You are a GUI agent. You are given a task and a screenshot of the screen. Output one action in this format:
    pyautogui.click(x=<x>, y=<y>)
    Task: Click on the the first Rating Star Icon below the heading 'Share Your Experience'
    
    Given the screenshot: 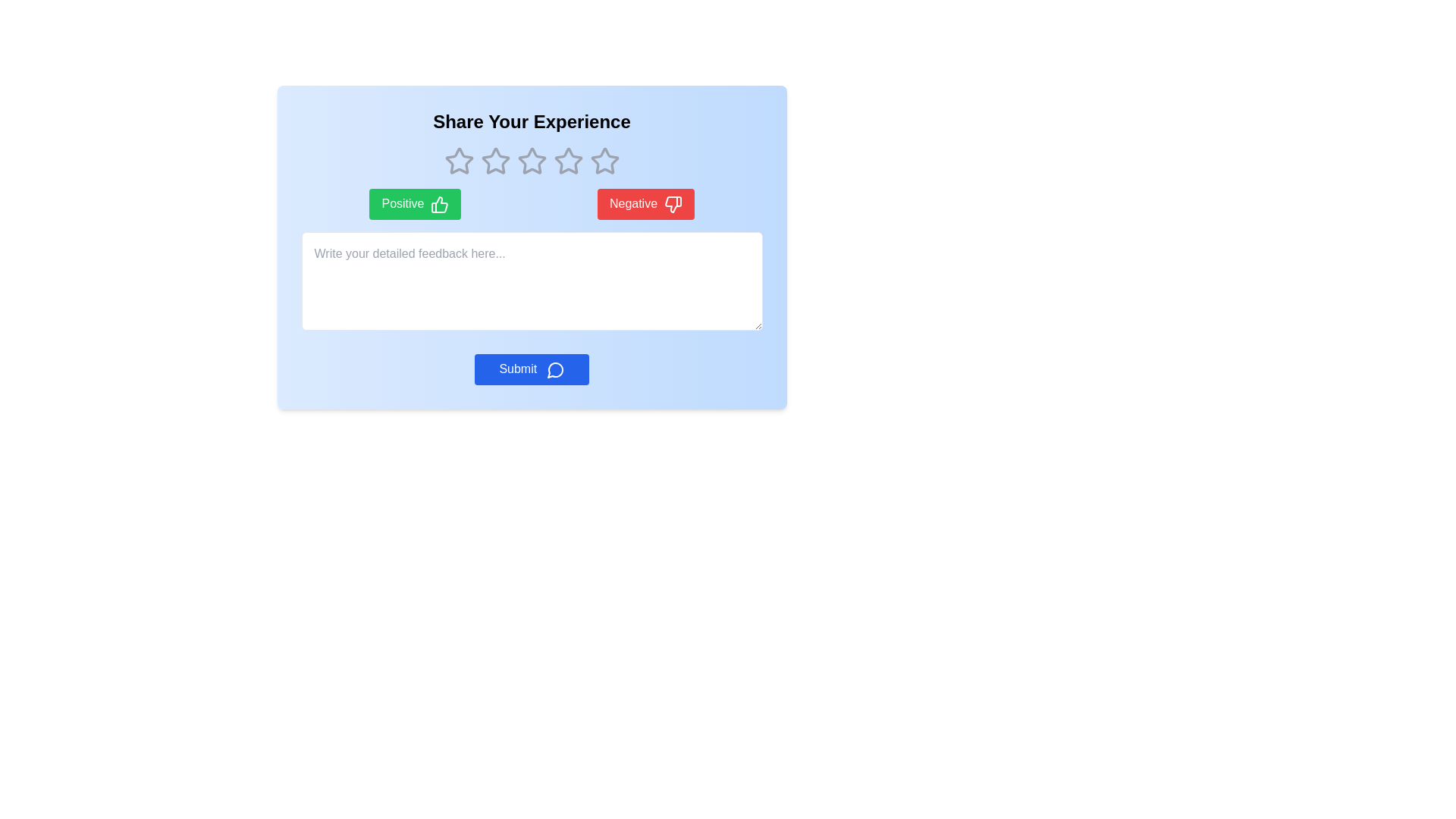 What is the action you would take?
    pyautogui.click(x=458, y=161)
    